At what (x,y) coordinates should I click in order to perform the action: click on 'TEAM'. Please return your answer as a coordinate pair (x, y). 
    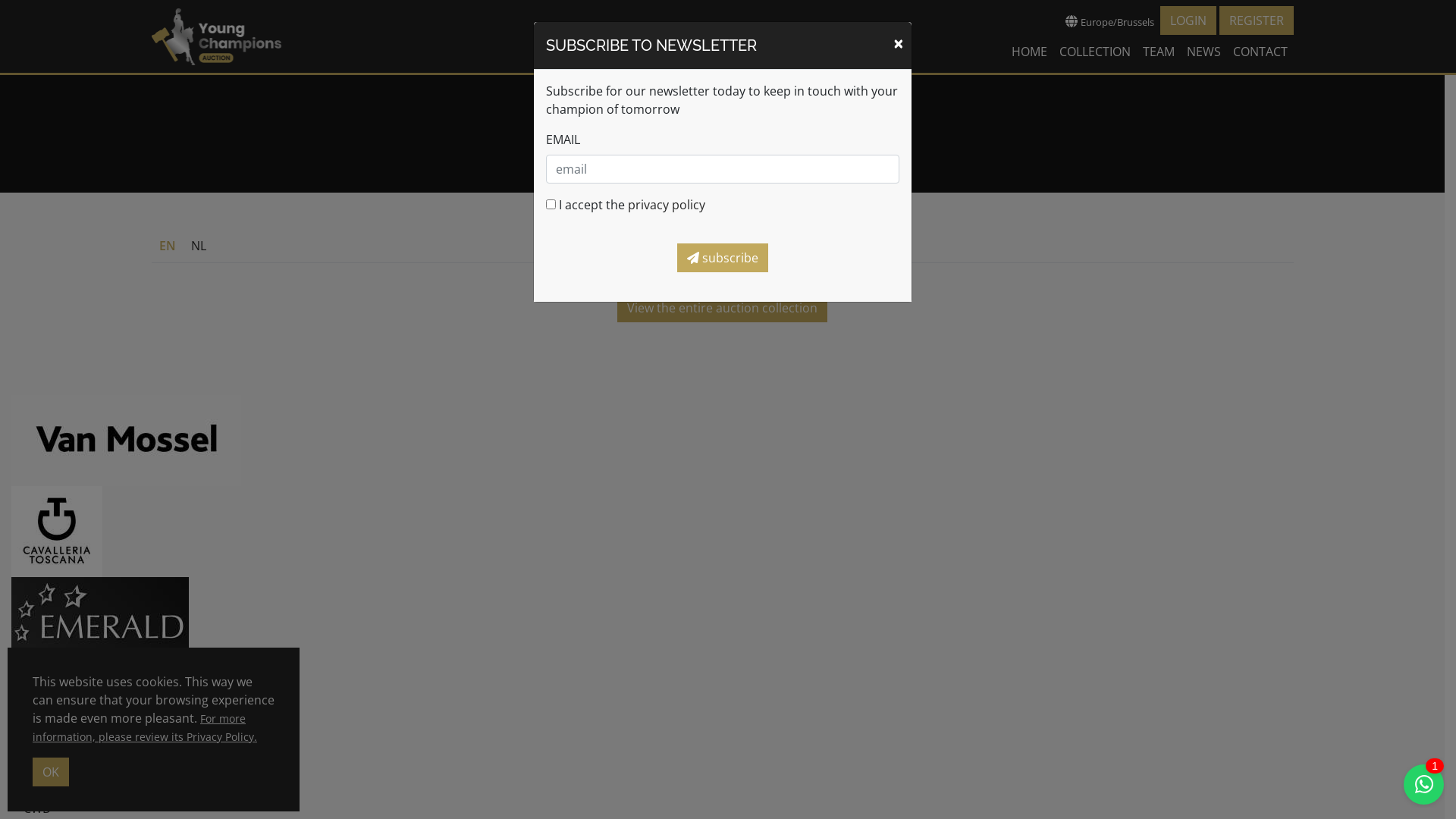
    Looking at the image, I should click on (1156, 51).